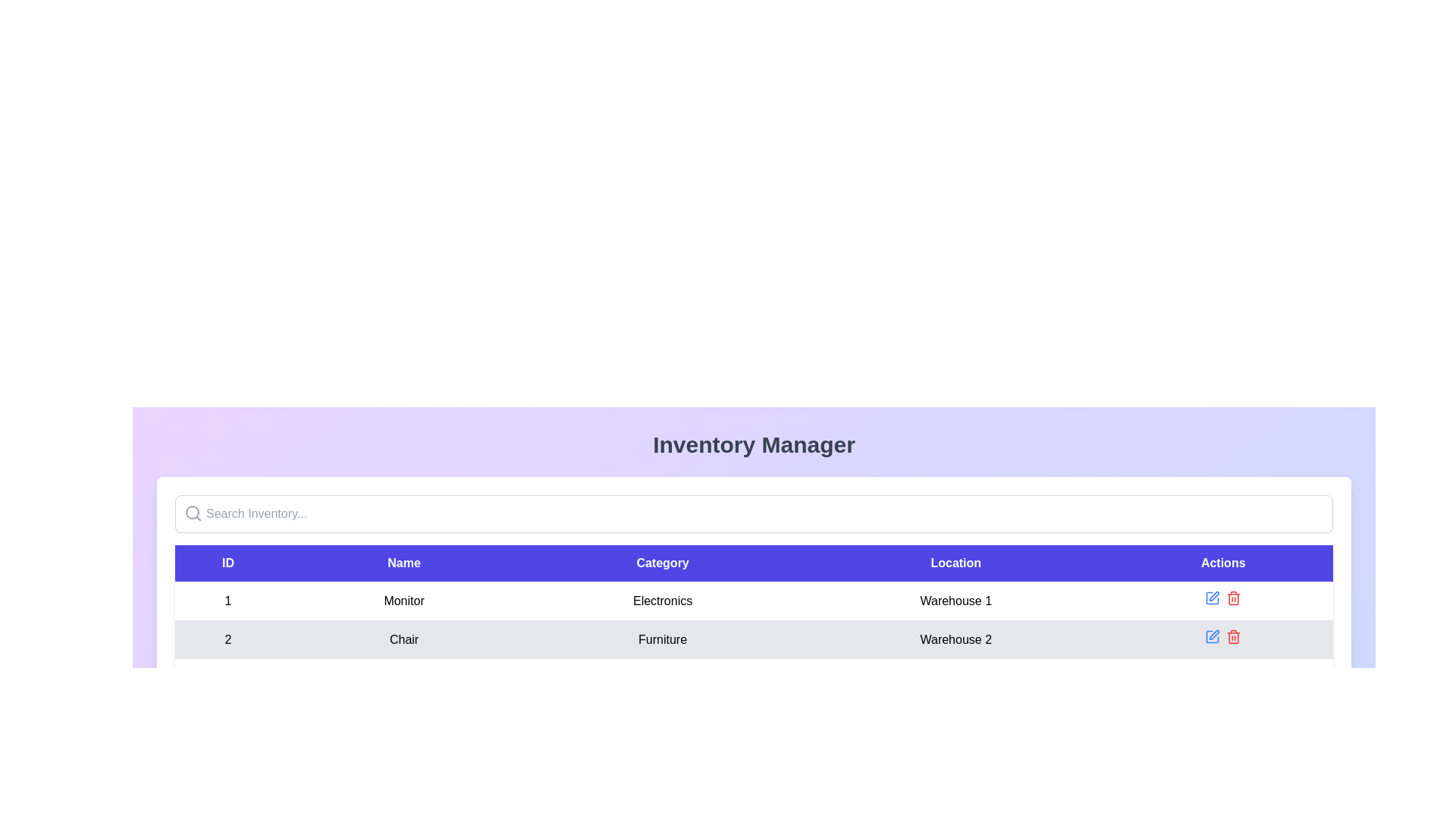 The image size is (1456, 819). What do you see at coordinates (1223, 563) in the screenshot?
I see `the text label displaying 'Actions' in white on a blue background, positioned at the far-right of the header row` at bounding box center [1223, 563].